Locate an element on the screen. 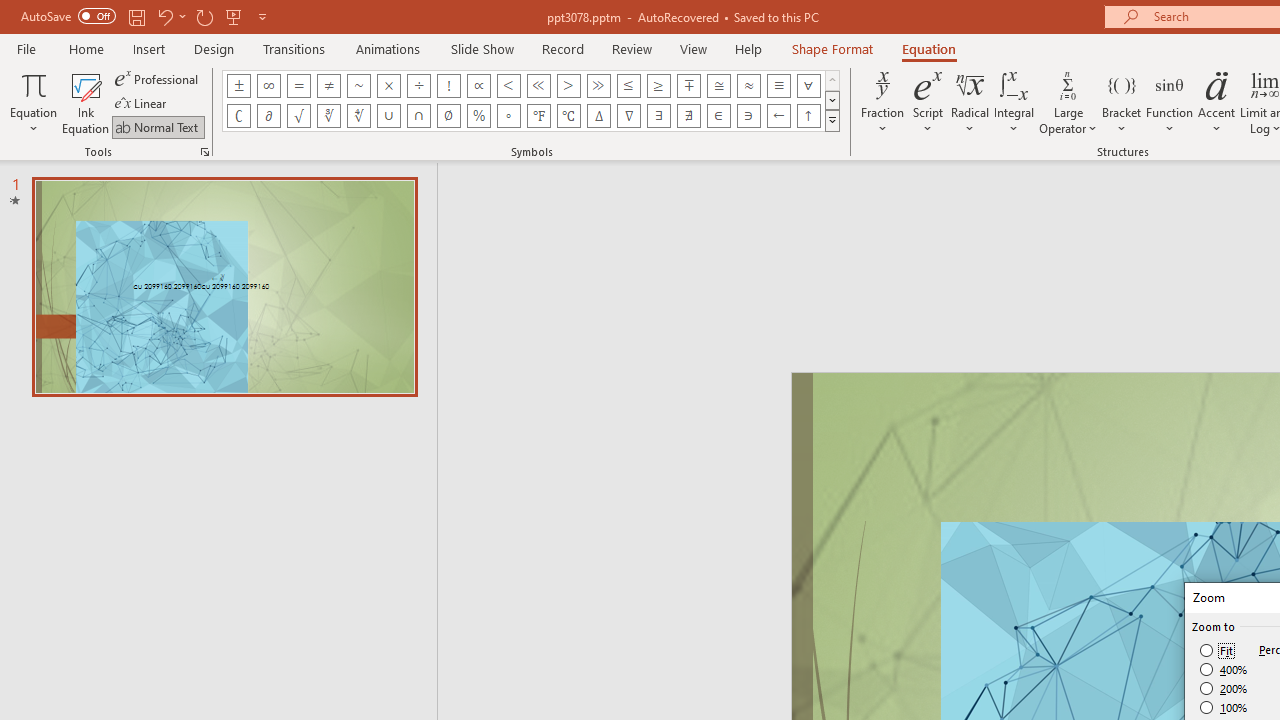  'Equation Symbol Degrees Fahrenheit' is located at coordinates (538, 115).